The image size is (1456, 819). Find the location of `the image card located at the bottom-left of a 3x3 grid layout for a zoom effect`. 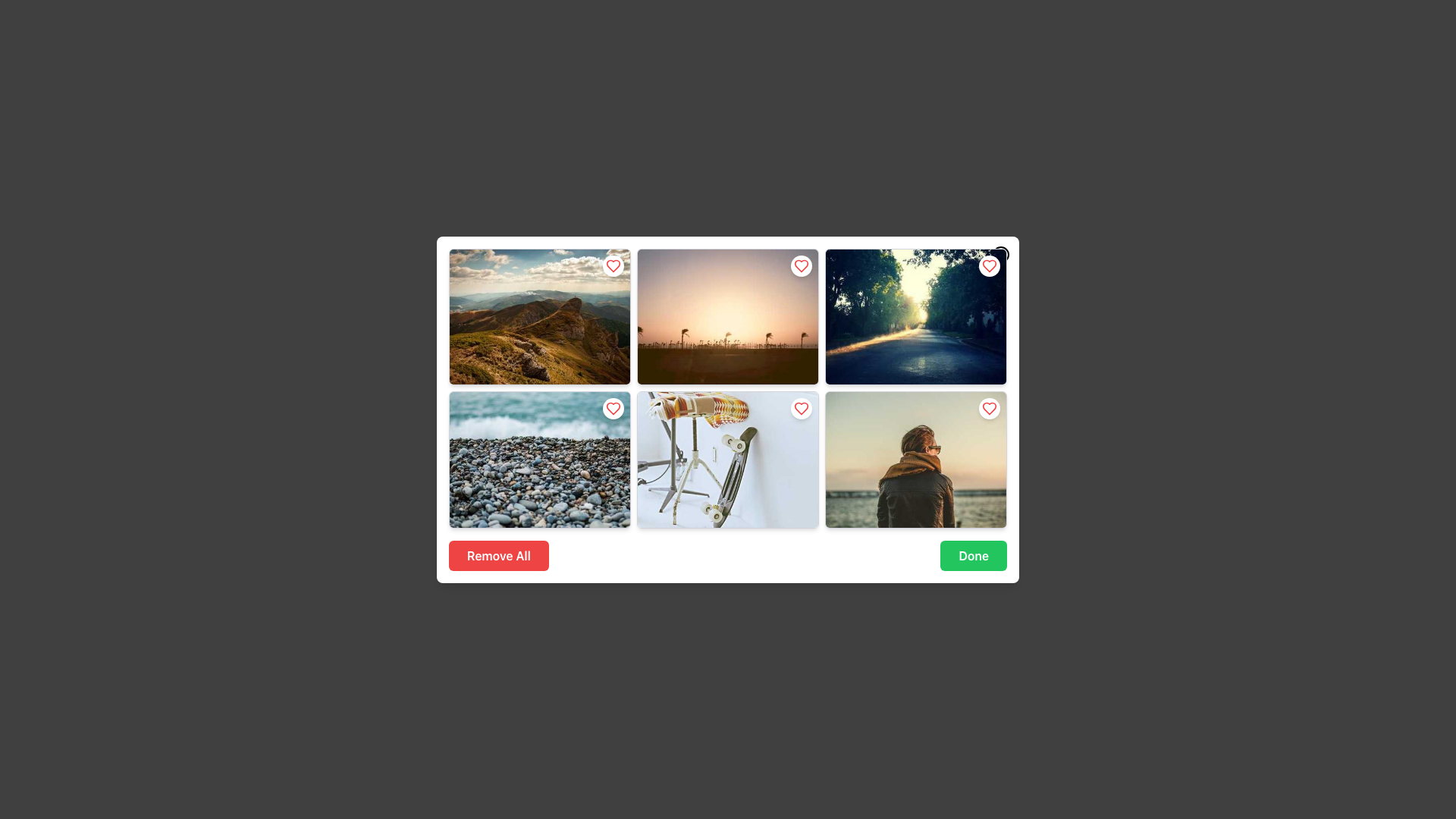

the image card located at the bottom-left of a 3x3 grid layout for a zoom effect is located at coordinates (539, 458).